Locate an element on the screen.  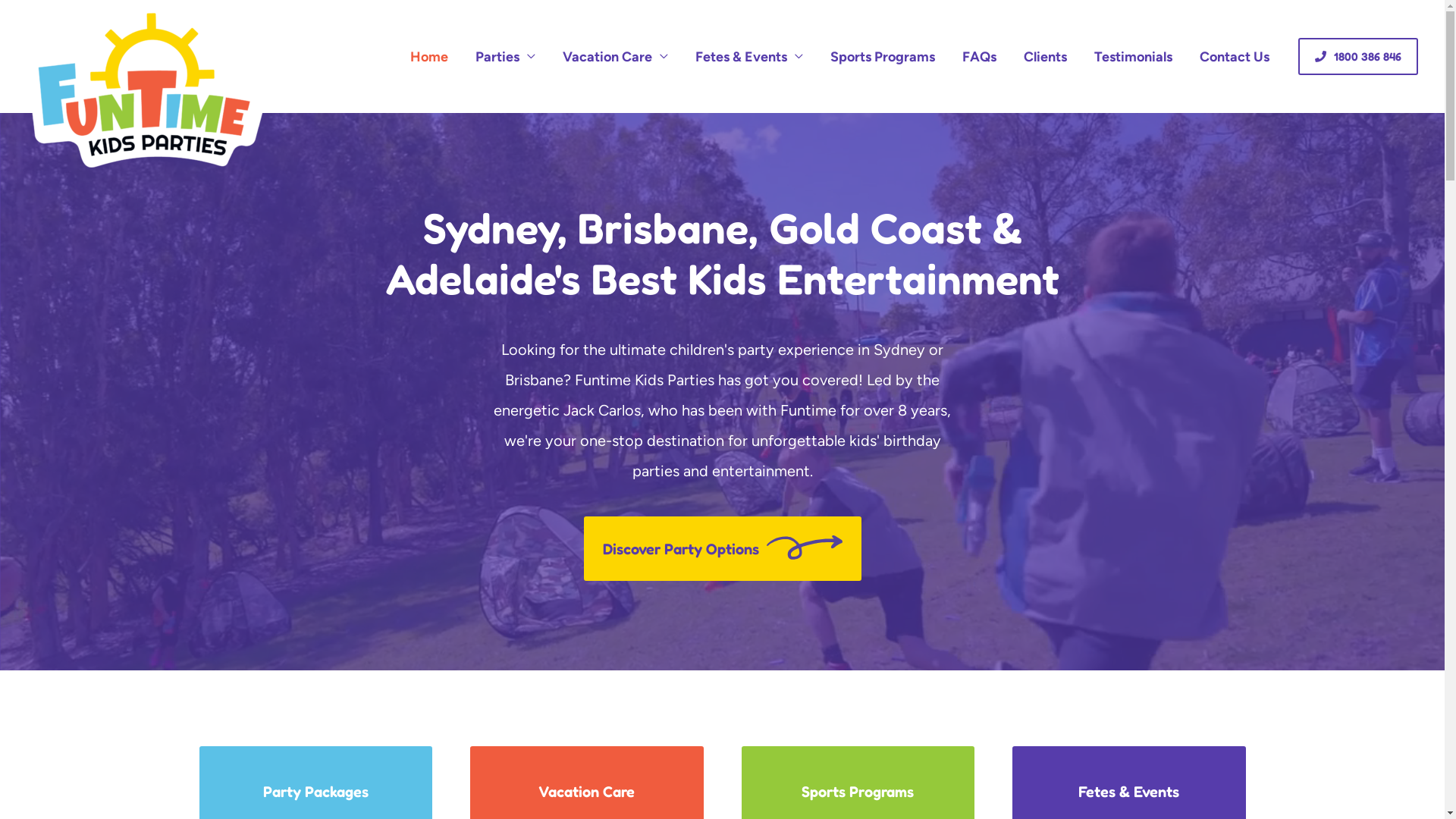
'Vacation Care' is located at coordinates (615, 55).